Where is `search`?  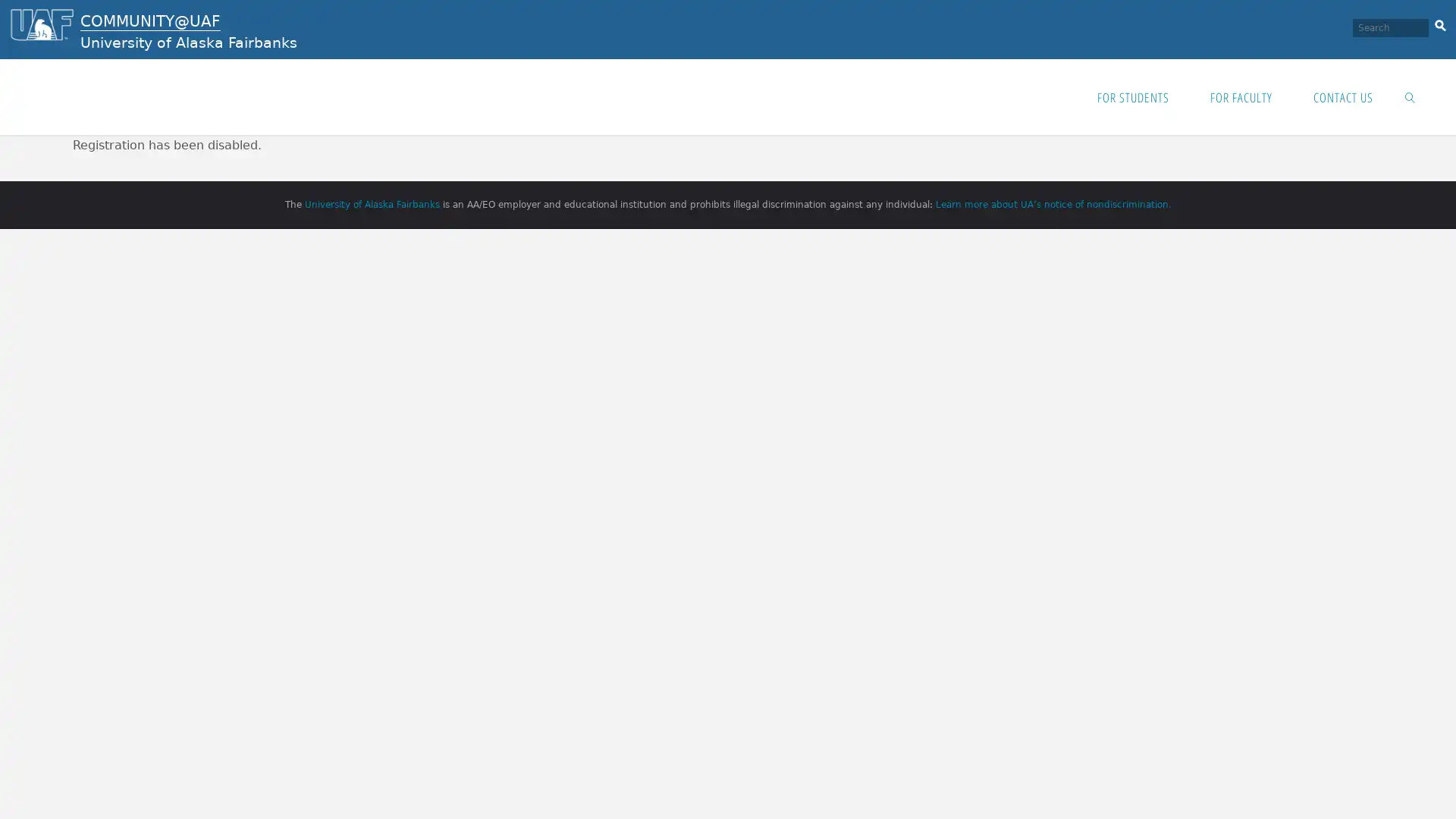 search is located at coordinates (1439, 23).